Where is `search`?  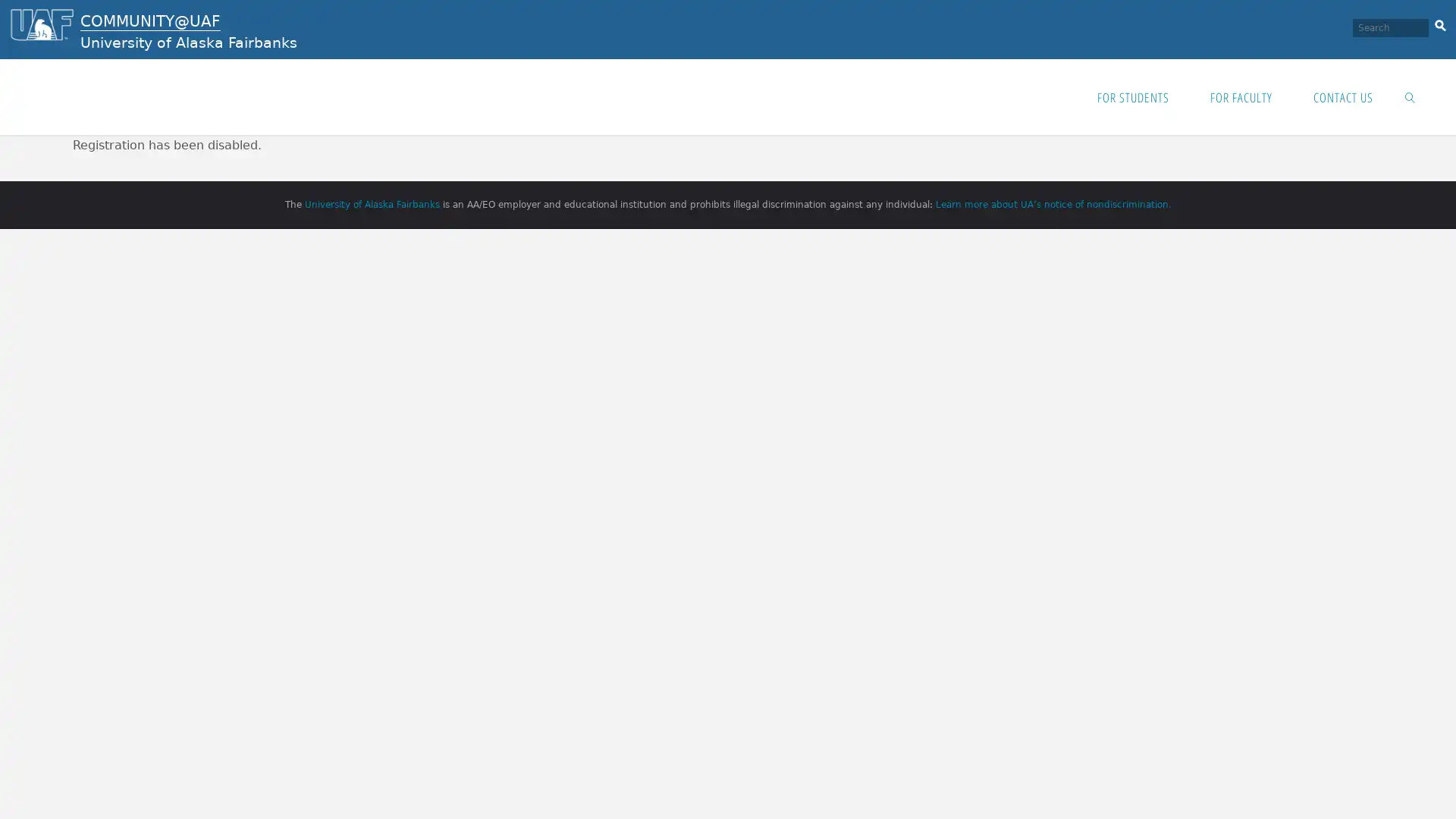 search is located at coordinates (1439, 23).